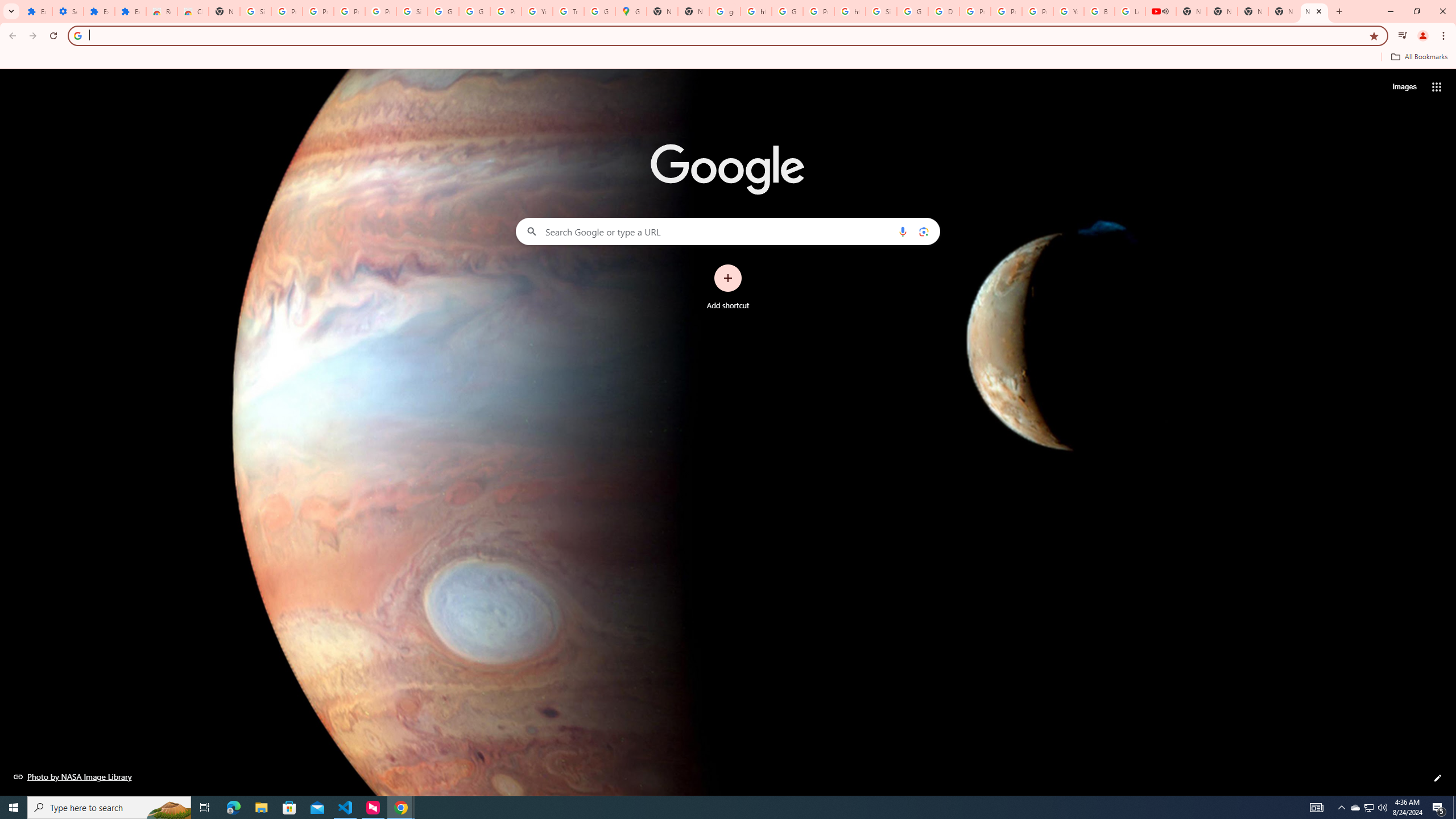  What do you see at coordinates (1006, 11) in the screenshot?
I see `'Privacy Help Center - Policies Help'` at bounding box center [1006, 11].